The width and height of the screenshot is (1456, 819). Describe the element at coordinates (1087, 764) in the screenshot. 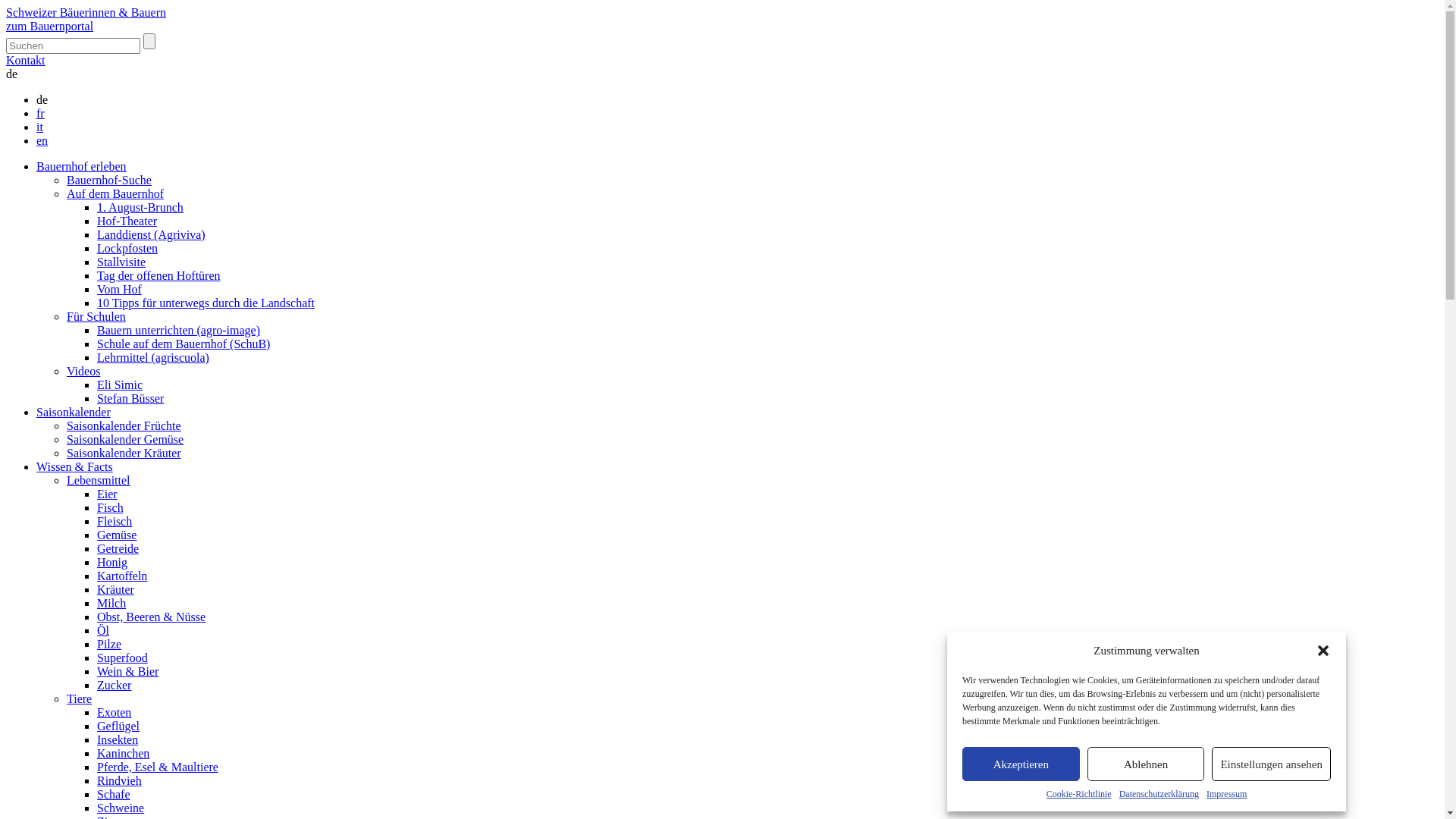

I see `'Ablehnen'` at that location.